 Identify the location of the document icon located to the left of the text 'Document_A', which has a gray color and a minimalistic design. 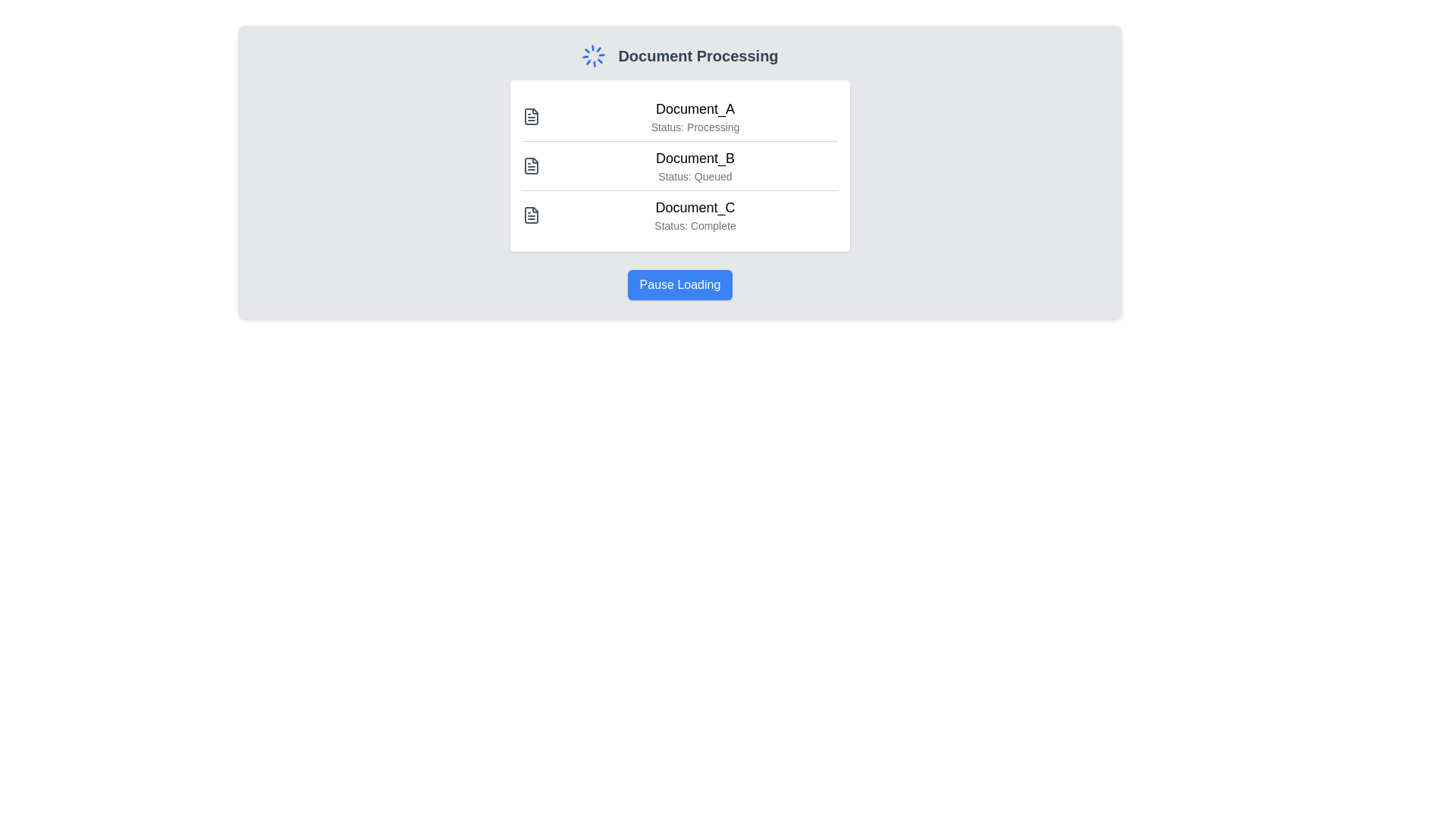
(531, 116).